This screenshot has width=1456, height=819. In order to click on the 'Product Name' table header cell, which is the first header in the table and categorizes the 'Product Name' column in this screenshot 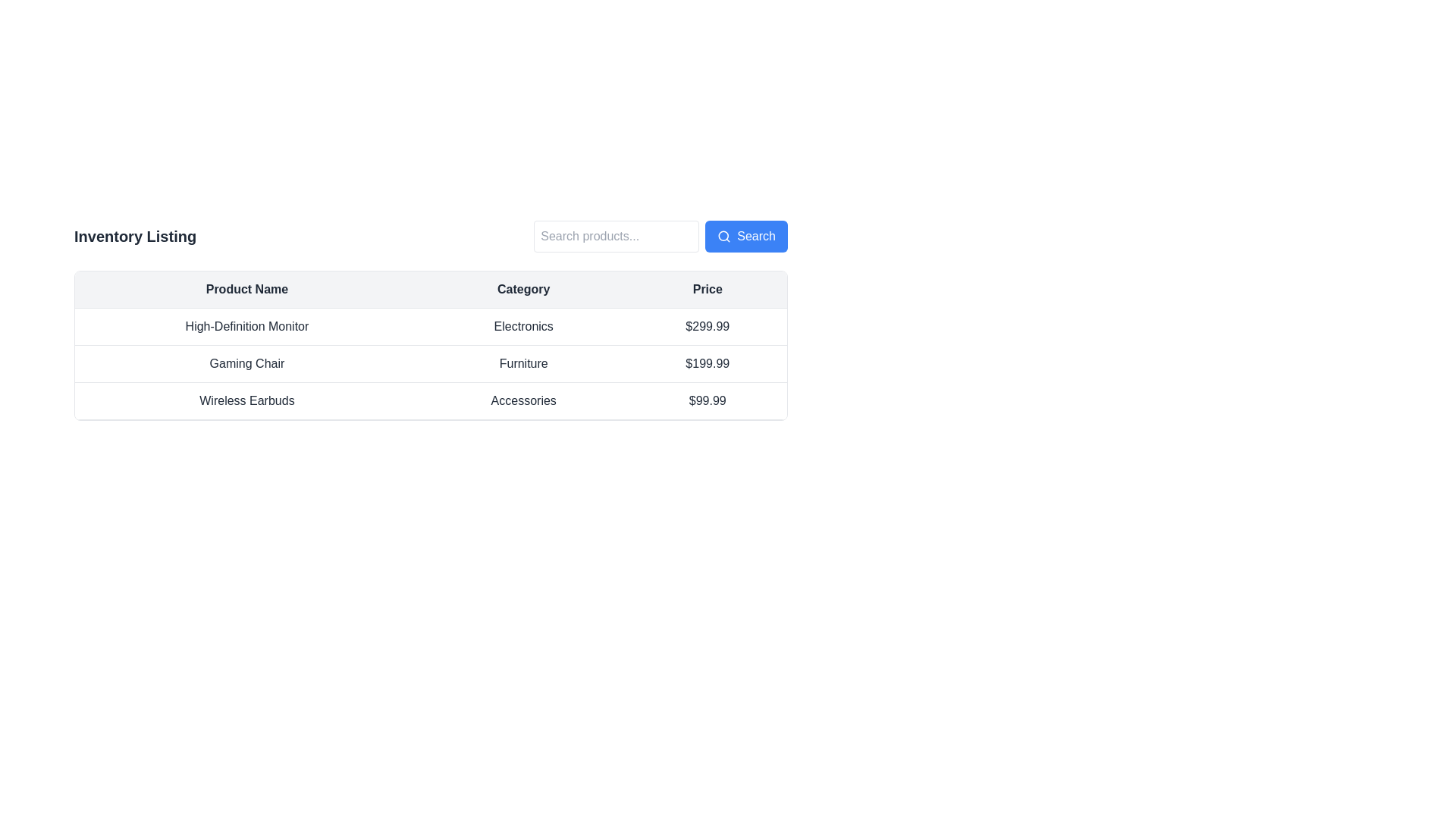, I will do `click(247, 290)`.